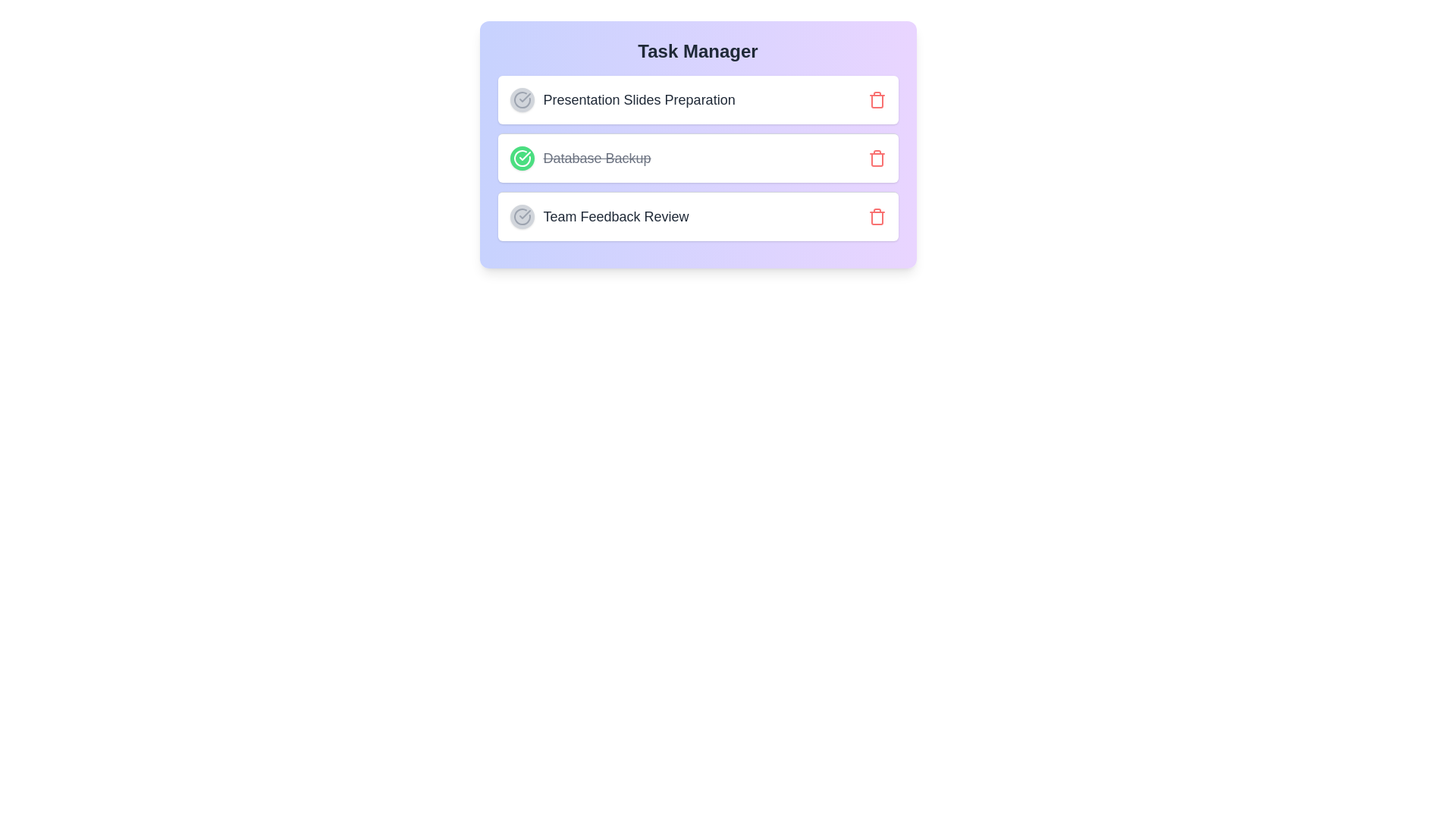  Describe the element at coordinates (877, 216) in the screenshot. I see `trash icon next to the task named Team Feedback Review to delete it` at that location.